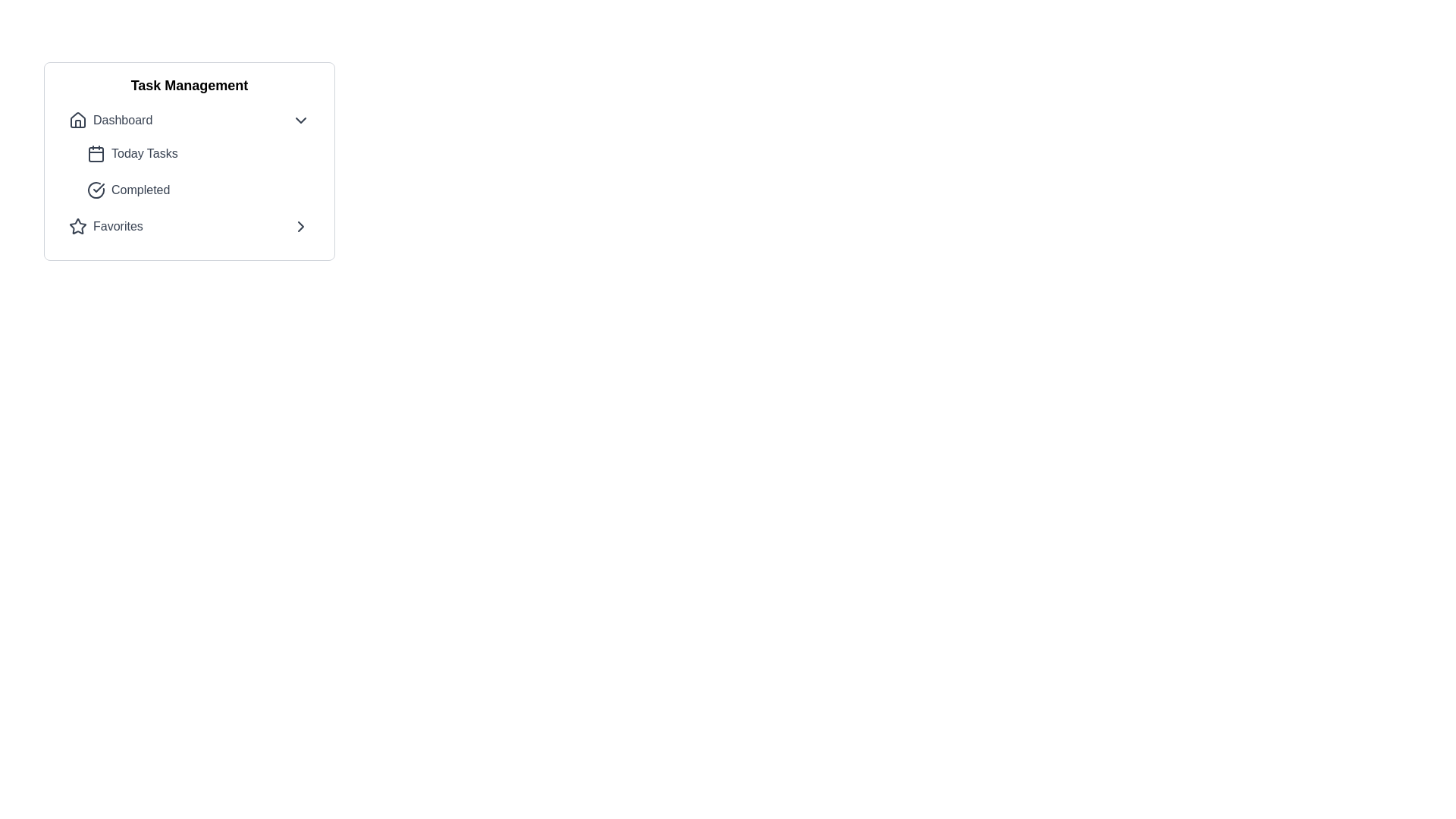 This screenshot has width=1456, height=819. Describe the element at coordinates (95, 189) in the screenshot. I see `the circular geometric shape forming part of the check-circle icon located beneath the 'Today Tasks' text and adjacent to the 'Completed' label in the Task Management section` at that location.